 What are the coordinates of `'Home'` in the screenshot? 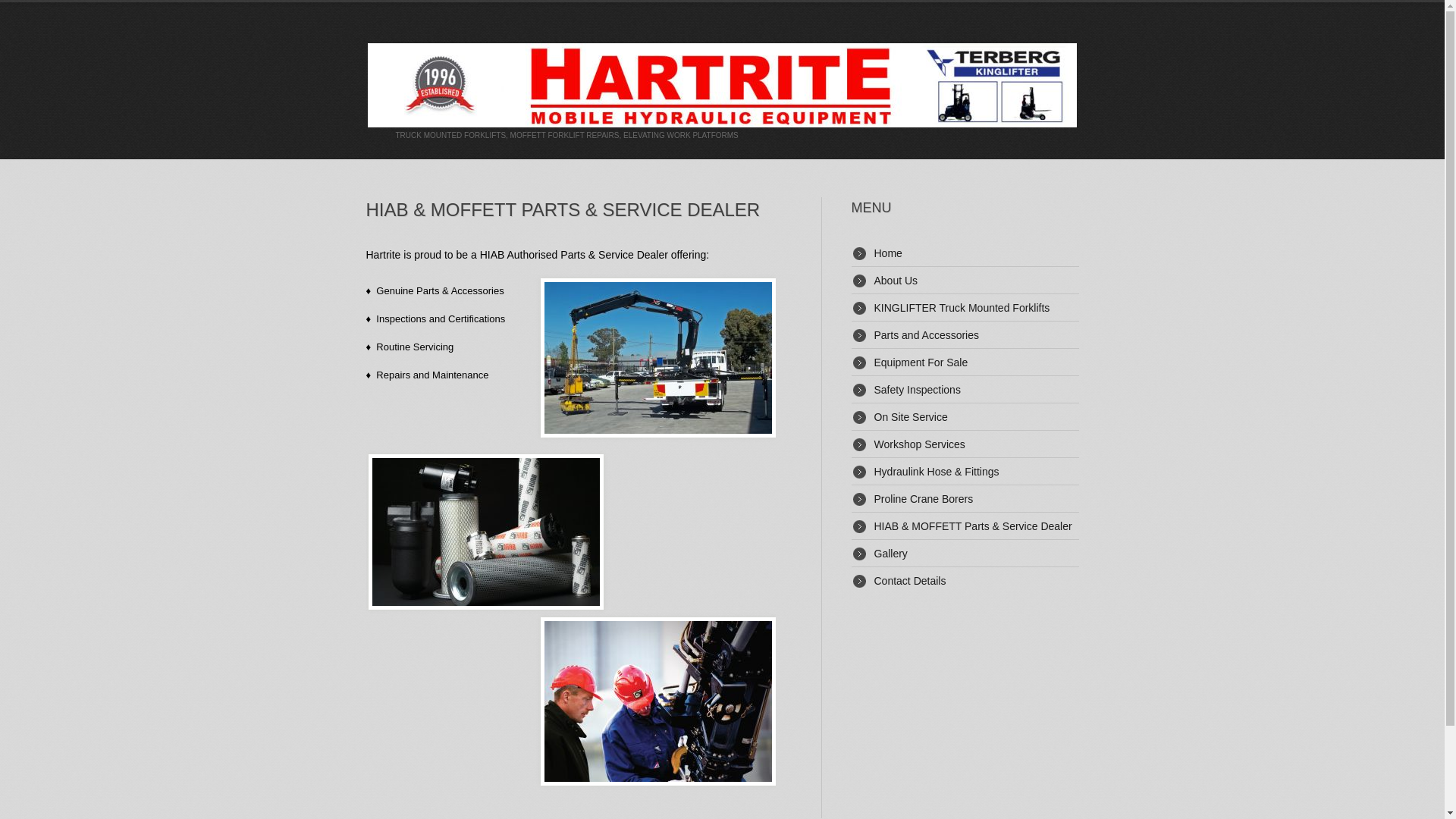 It's located at (887, 253).